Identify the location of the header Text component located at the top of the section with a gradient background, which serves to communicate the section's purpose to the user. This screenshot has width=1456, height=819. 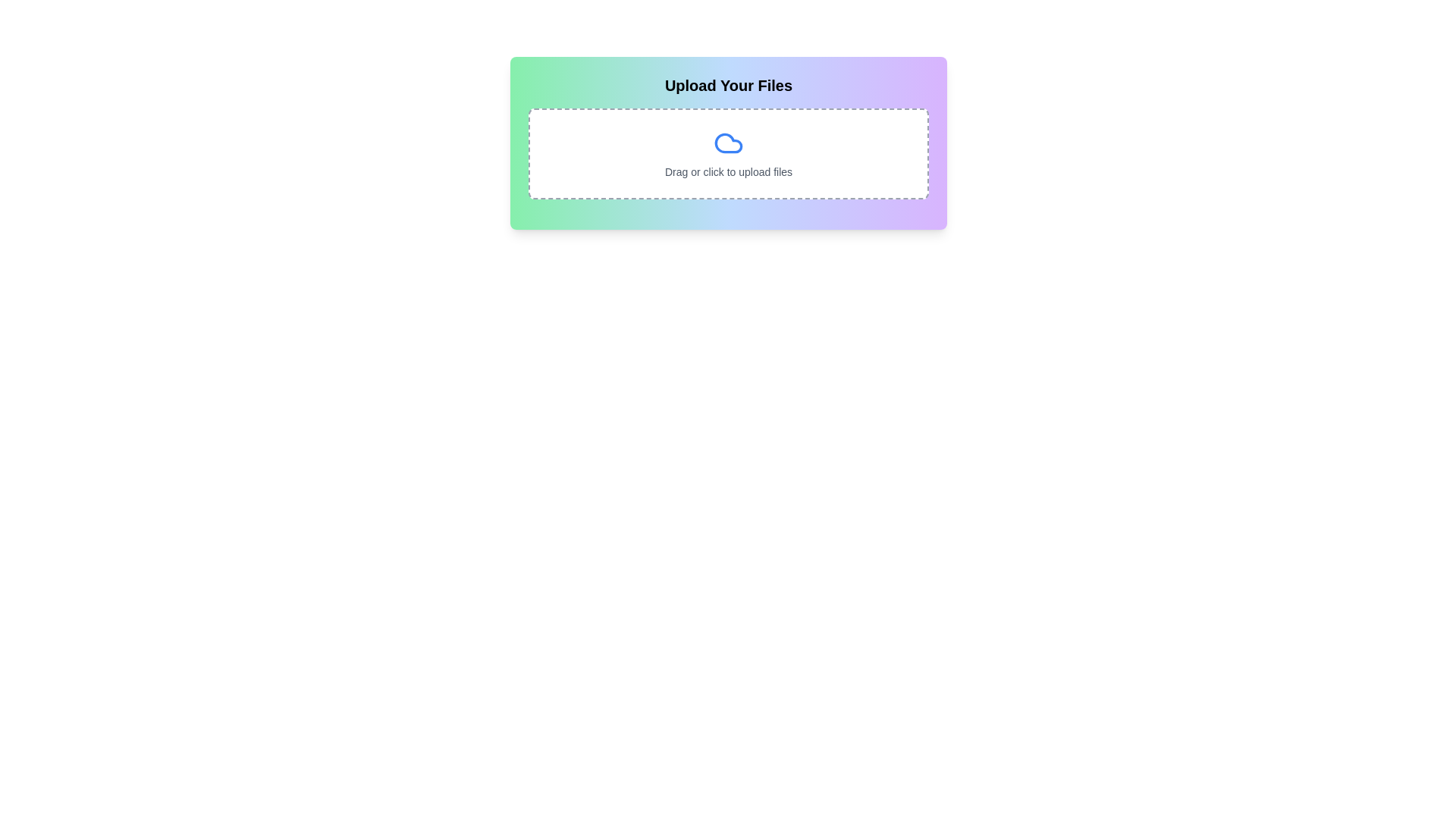
(728, 85).